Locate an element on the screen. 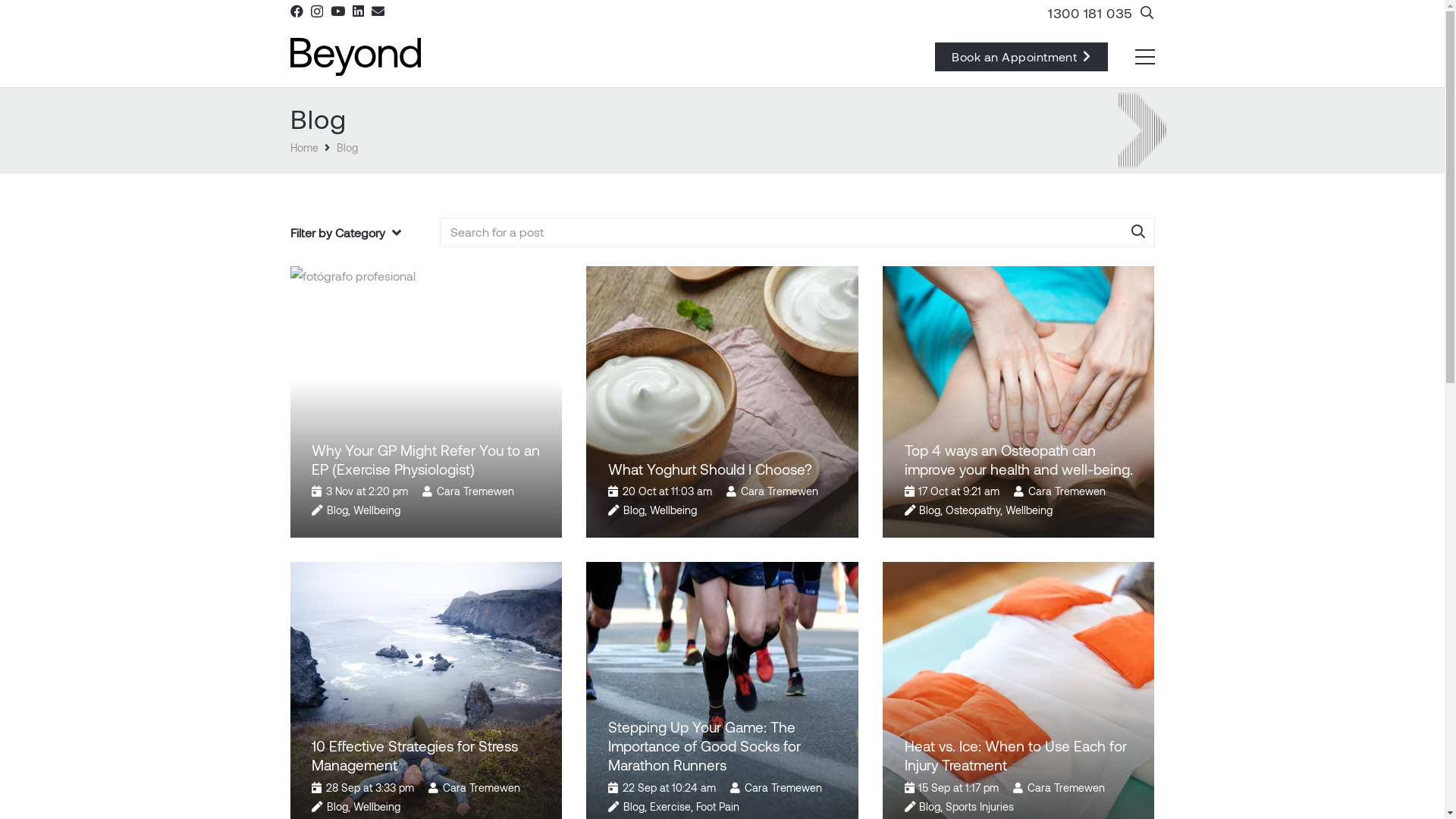 The image size is (1456, 819). 'Blog' is located at coordinates (633, 510).